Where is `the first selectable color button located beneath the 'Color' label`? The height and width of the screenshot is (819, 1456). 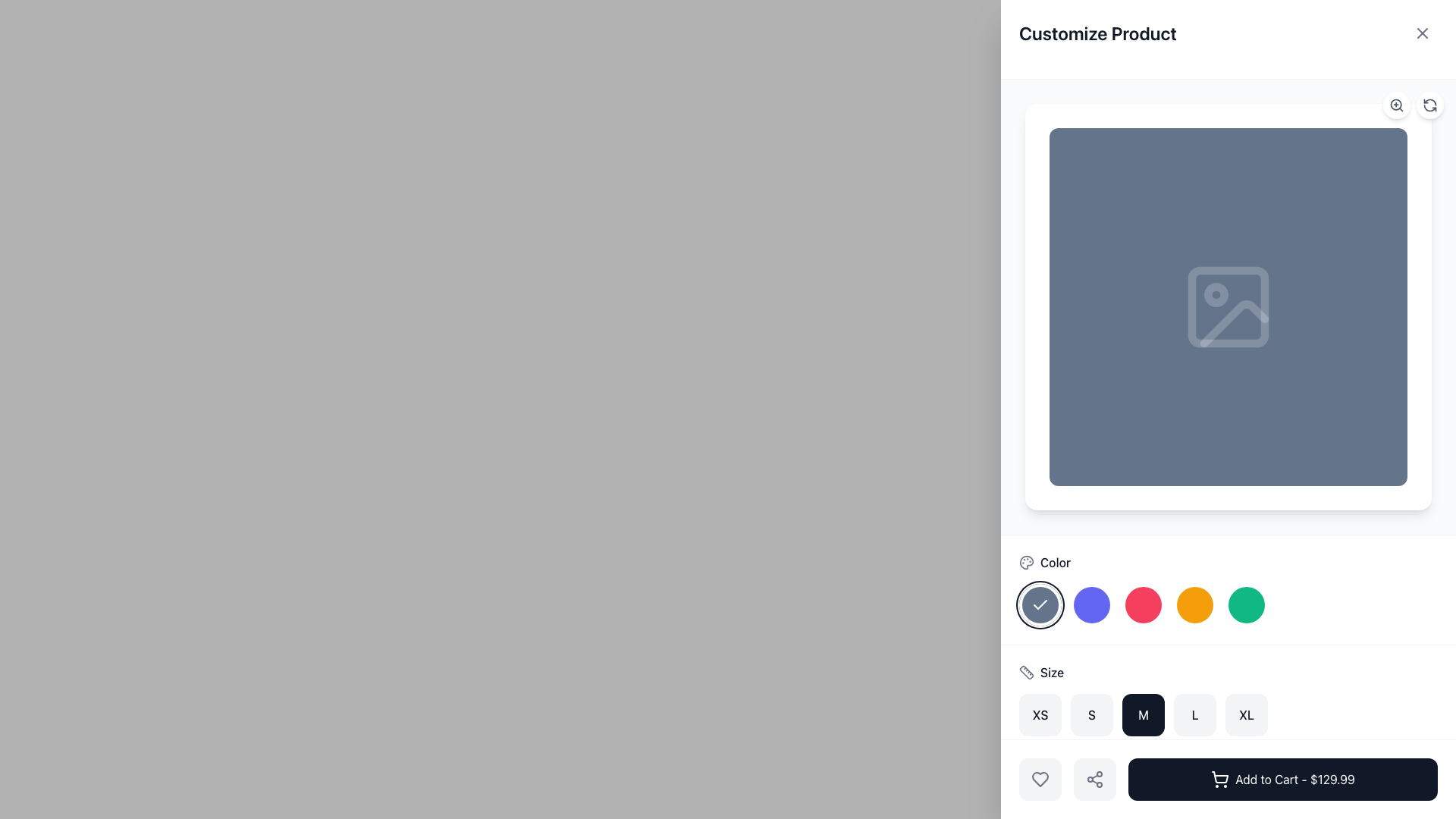
the first selectable color button located beneath the 'Color' label is located at coordinates (1040, 604).